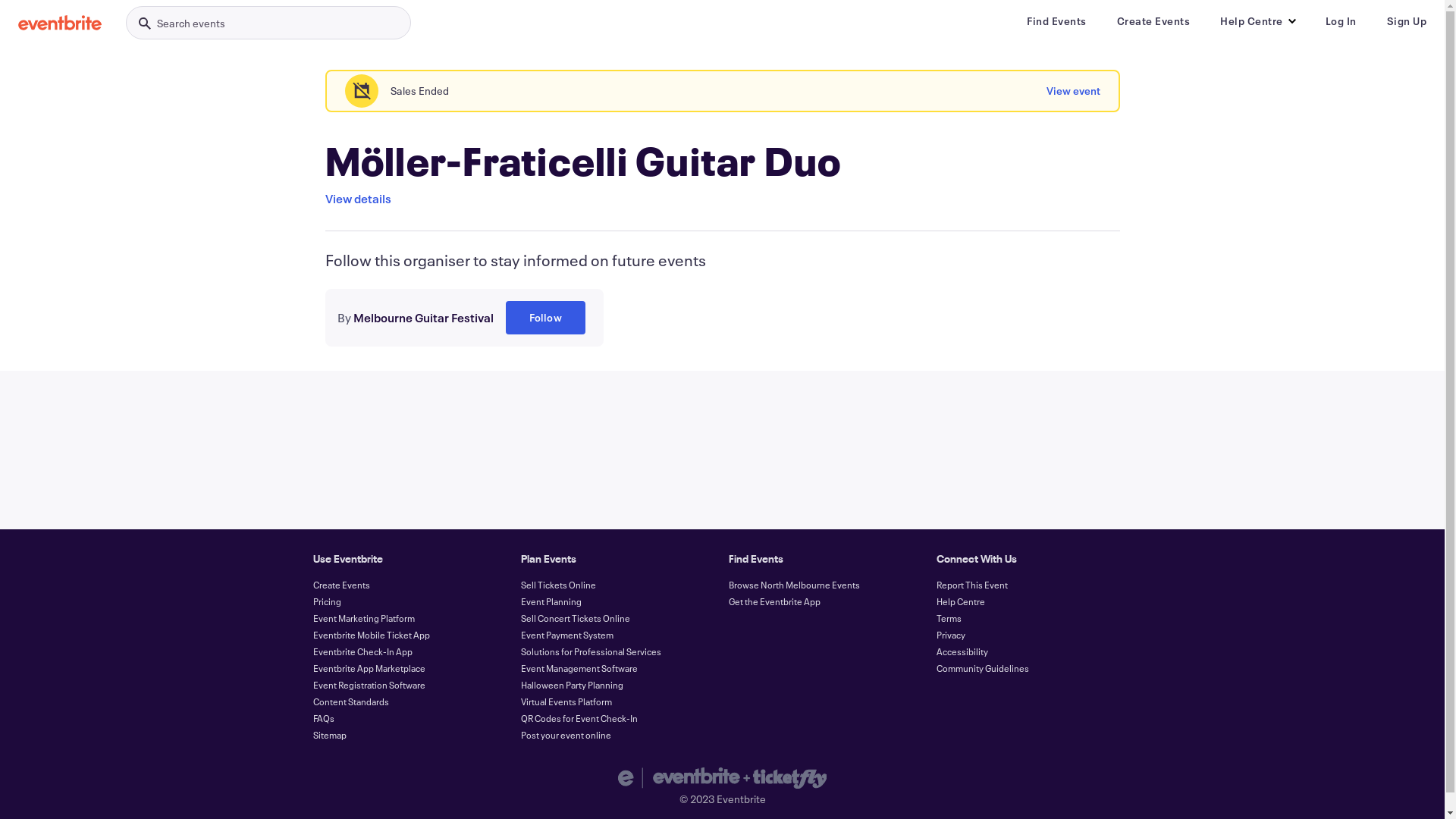  Describe the element at coordinates (589, 651) in the screenshot. I see `'Solutions for Professional Services'` at that location.